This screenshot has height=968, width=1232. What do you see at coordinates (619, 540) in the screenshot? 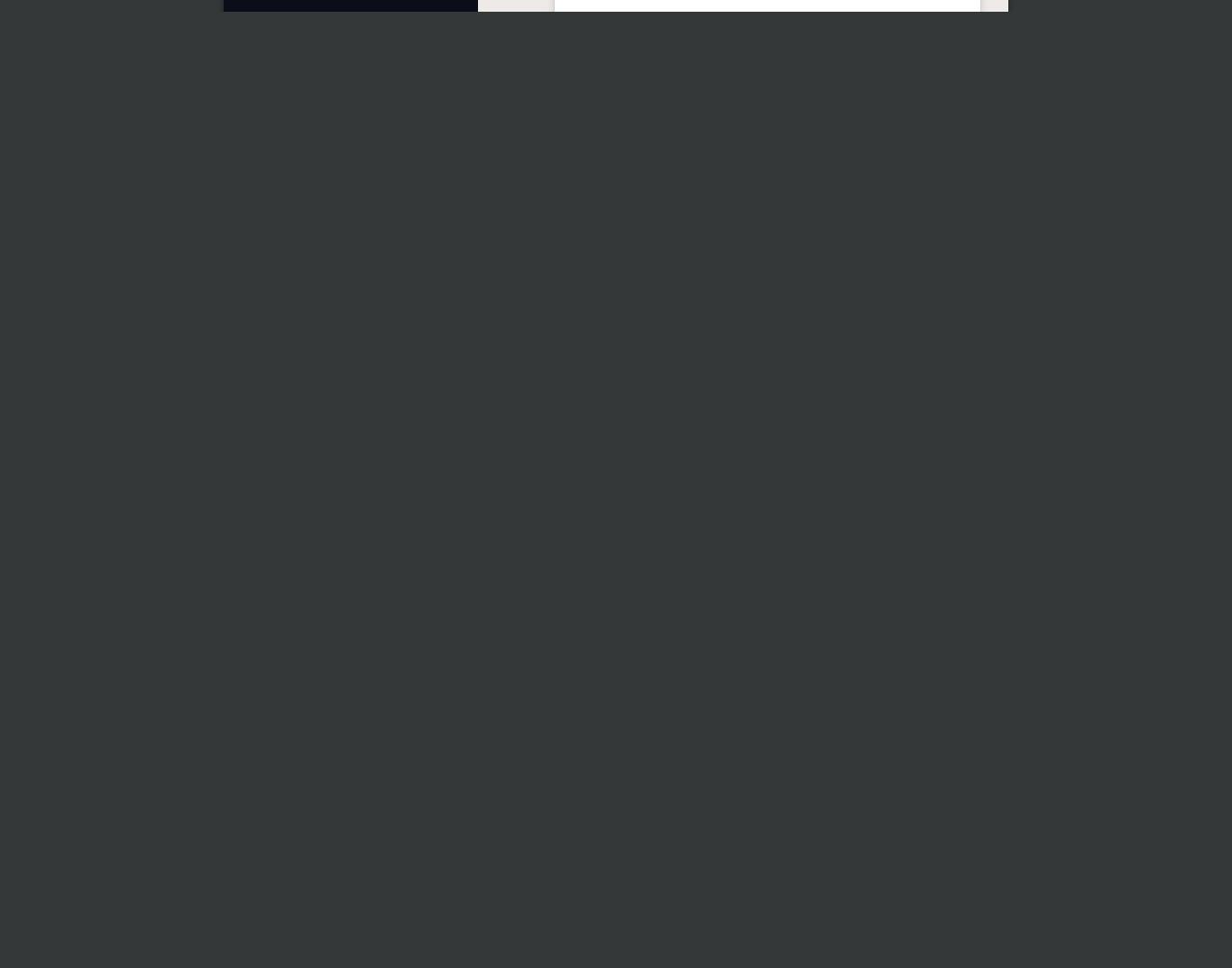
I see `'Book Talk'` at bounding box center [619, 540].